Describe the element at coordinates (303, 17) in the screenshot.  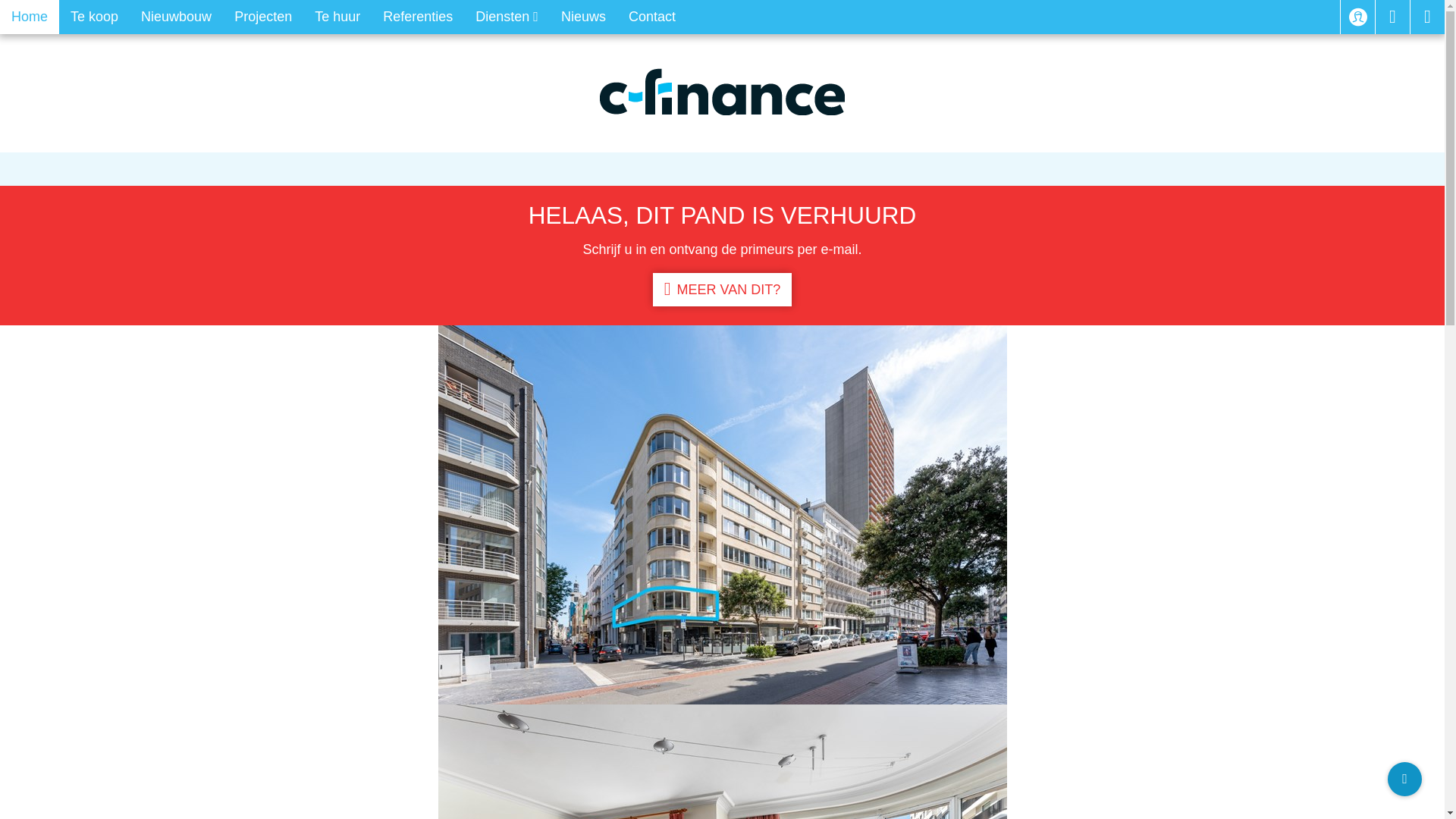
I see `'Te huur'` at that location.